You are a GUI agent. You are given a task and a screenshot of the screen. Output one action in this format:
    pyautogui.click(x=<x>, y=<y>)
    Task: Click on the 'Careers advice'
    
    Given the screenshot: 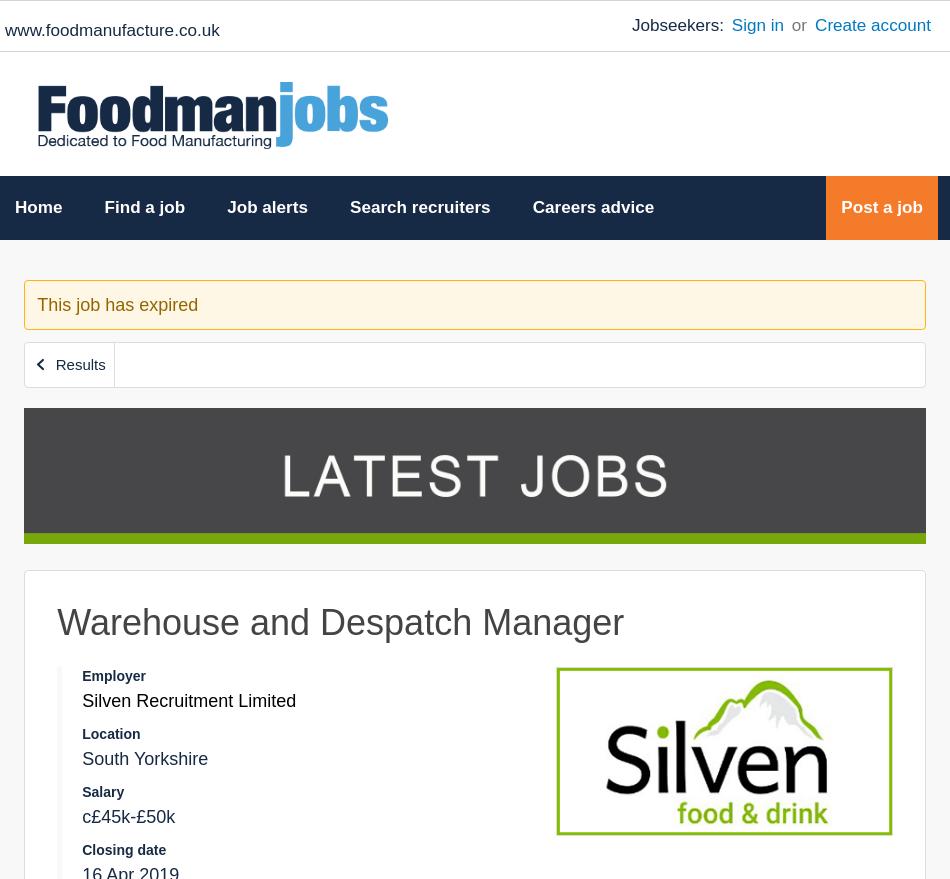 What is the action you would take?
    pyautogui.click(x=592, y=207)
    